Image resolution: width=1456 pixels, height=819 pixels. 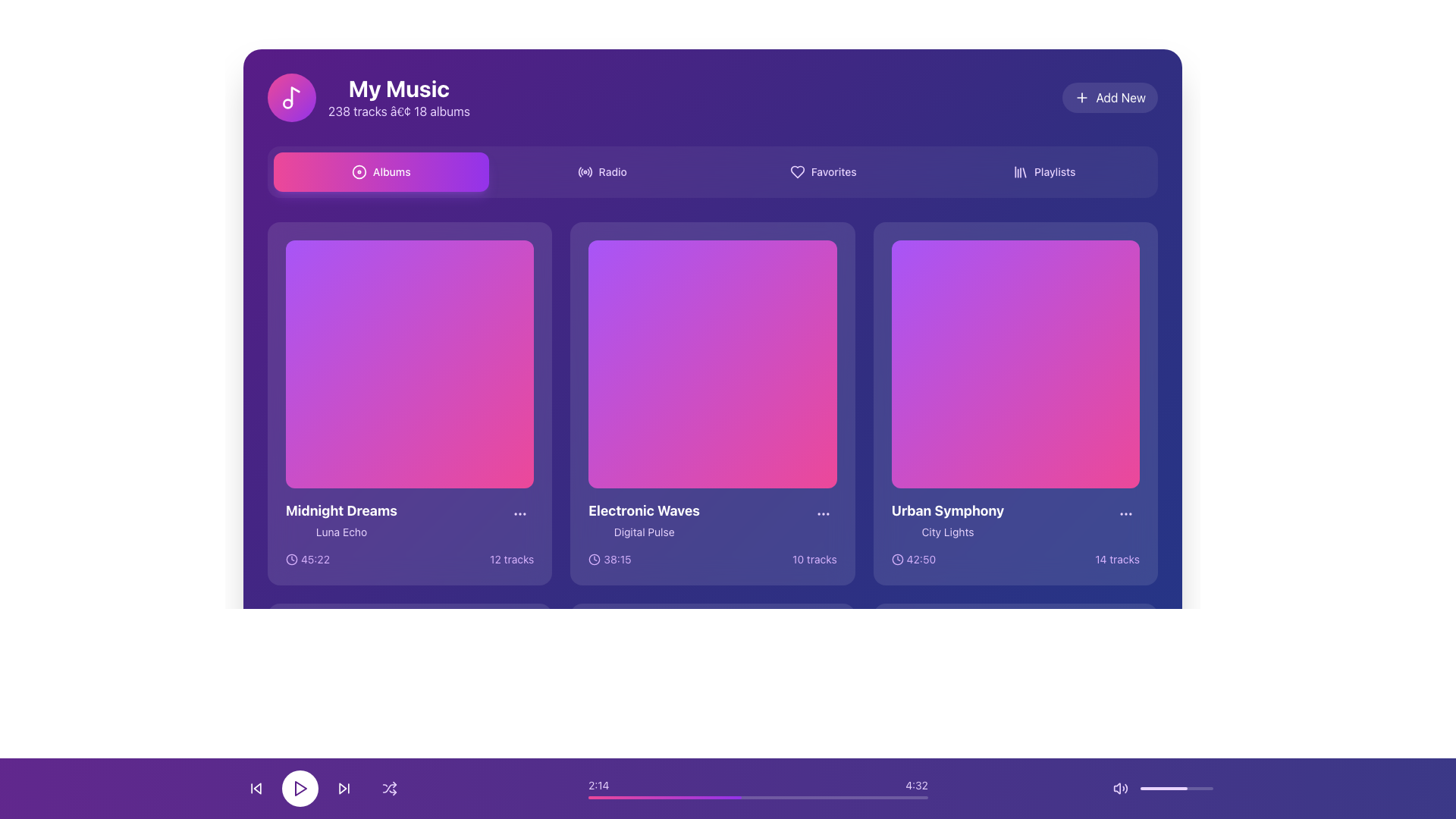 I want to click on the rectangular button labeled 'Radio' with a purple background, so click(x=601, y=171).